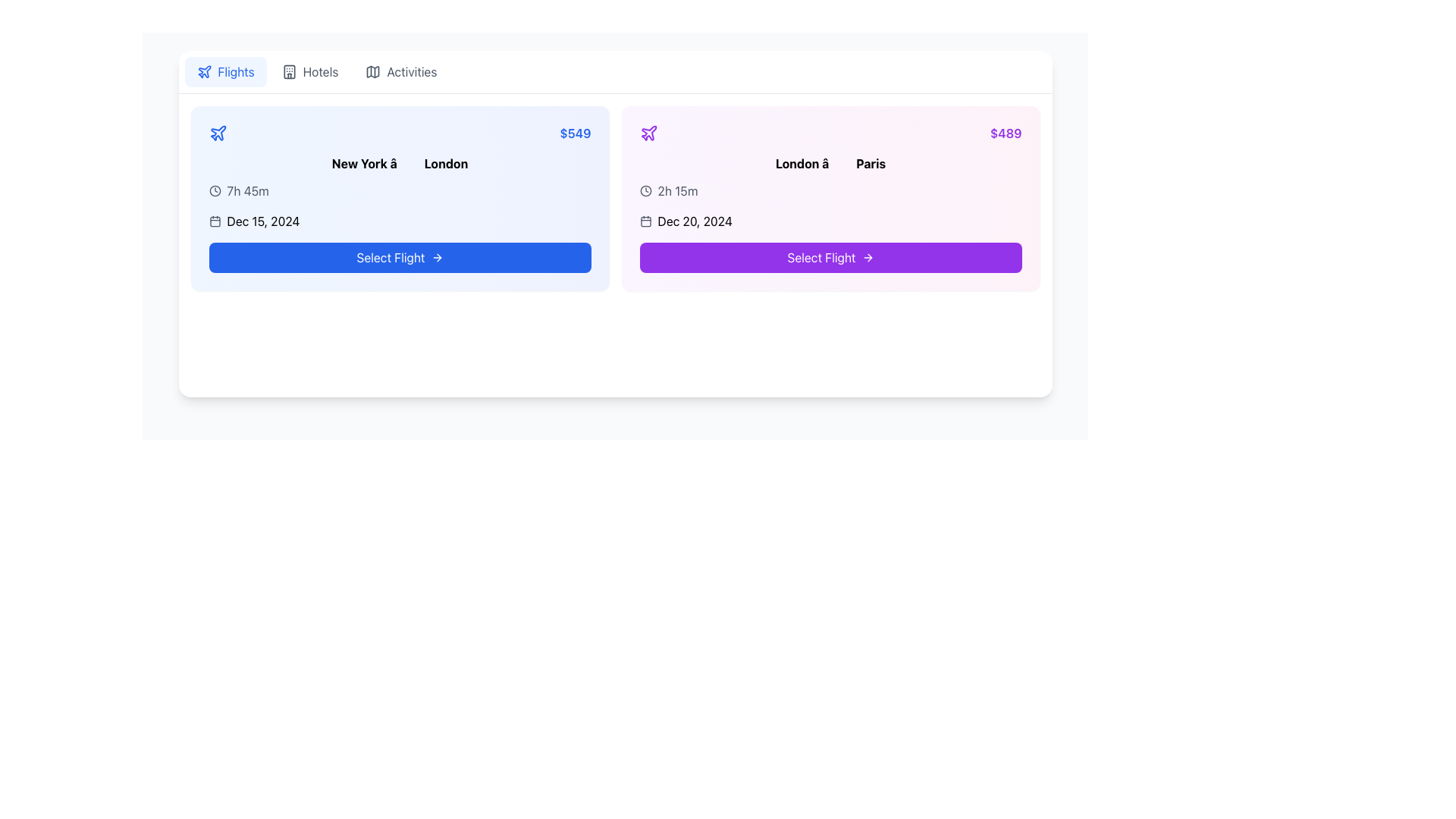  I want to click on date information displayed in the label that shows 'Dec 20, 2024', which is in bold black font and located in the right-hand card, below the time information and next to the calendar icon, so click(694, 221).